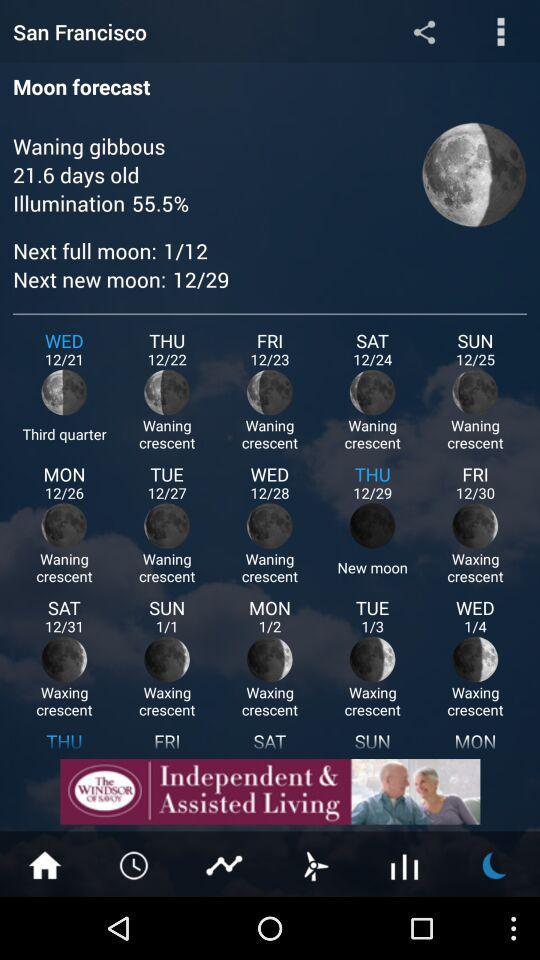 The image size is (540, 960). What do you see at coordinates (423, 30) in the screenshot?
I see `share data` at bounding box center [423, 30].